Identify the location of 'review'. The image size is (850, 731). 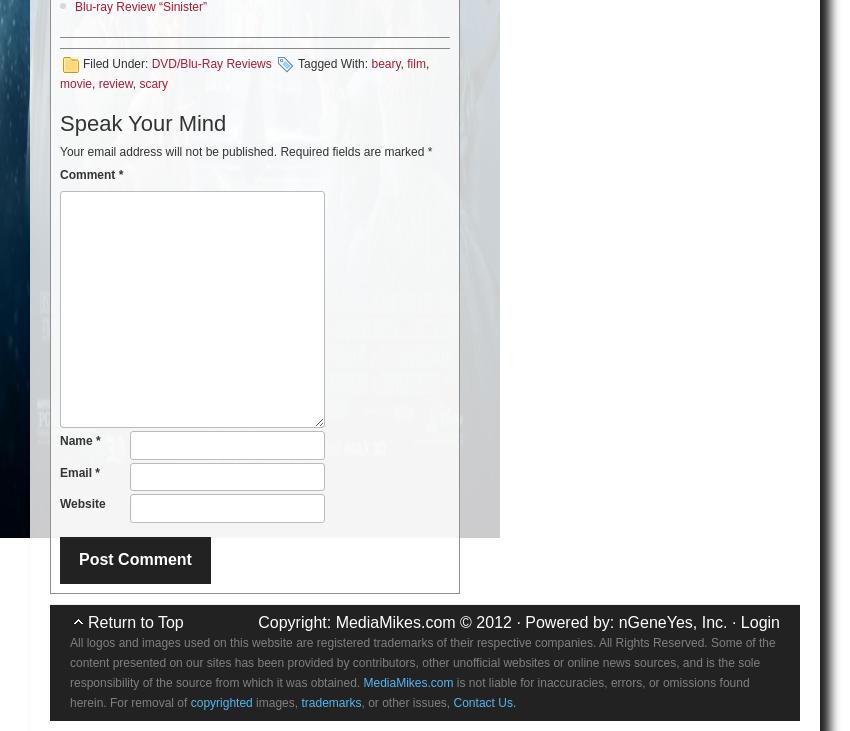
(114, 81).